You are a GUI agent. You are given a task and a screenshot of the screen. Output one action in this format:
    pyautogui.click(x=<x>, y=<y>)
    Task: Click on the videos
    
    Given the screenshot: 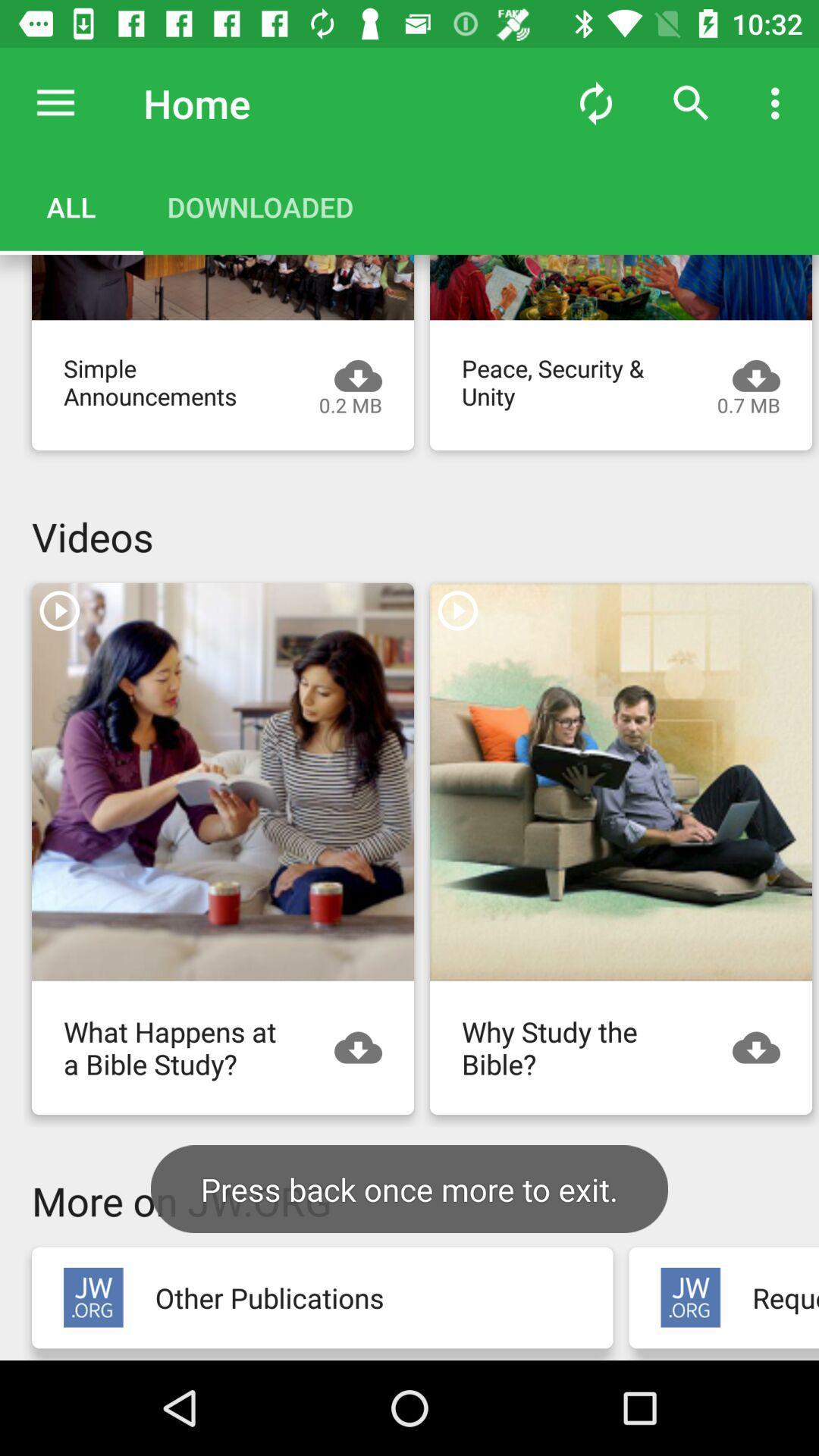 What is the action you would take?
    pyautogui.click(x=620, y=782)
    